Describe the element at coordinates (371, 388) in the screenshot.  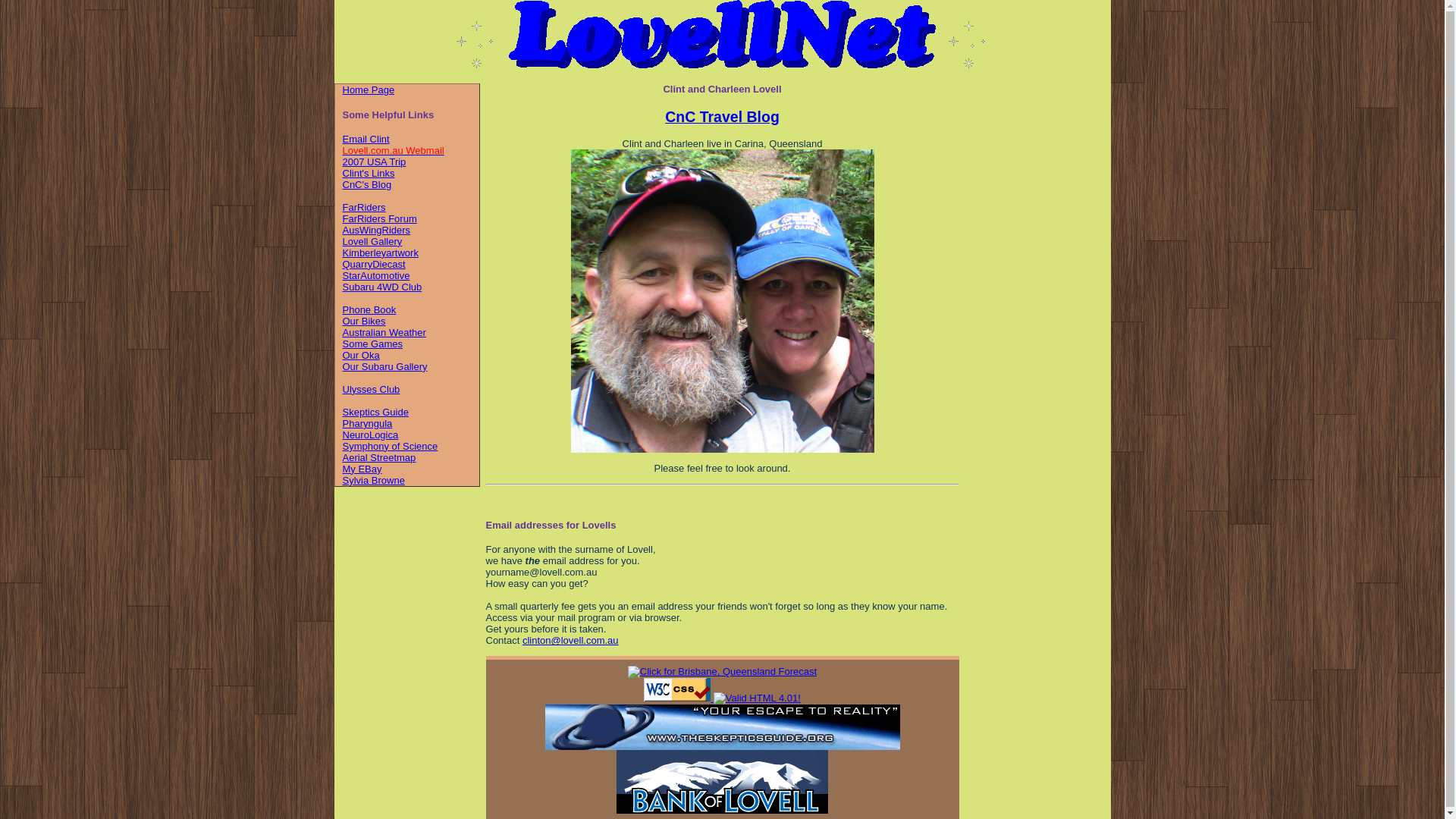
I see `'Ulysses Club'` at that location.